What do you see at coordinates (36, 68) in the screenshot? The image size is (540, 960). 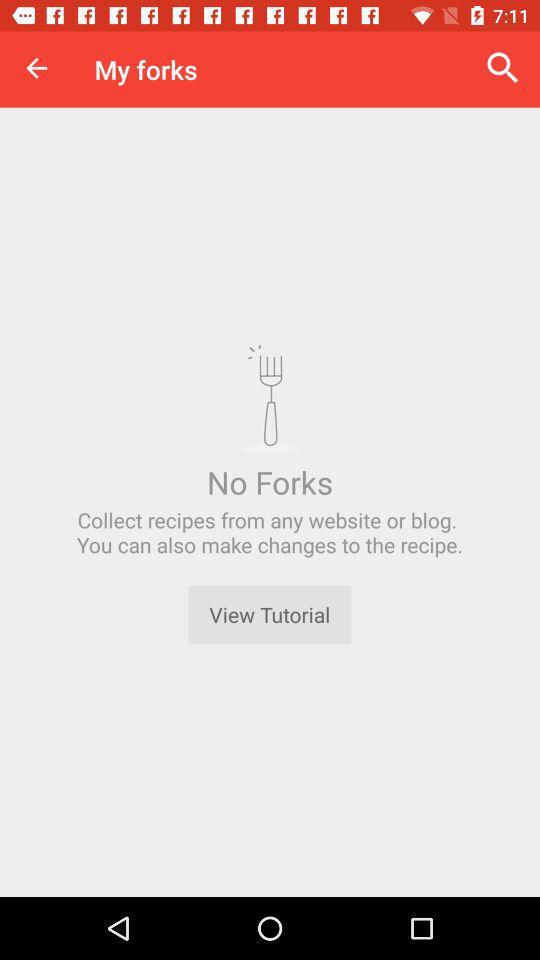 I see `the item to the left of my forks icon` at bounding box center [36, 68].